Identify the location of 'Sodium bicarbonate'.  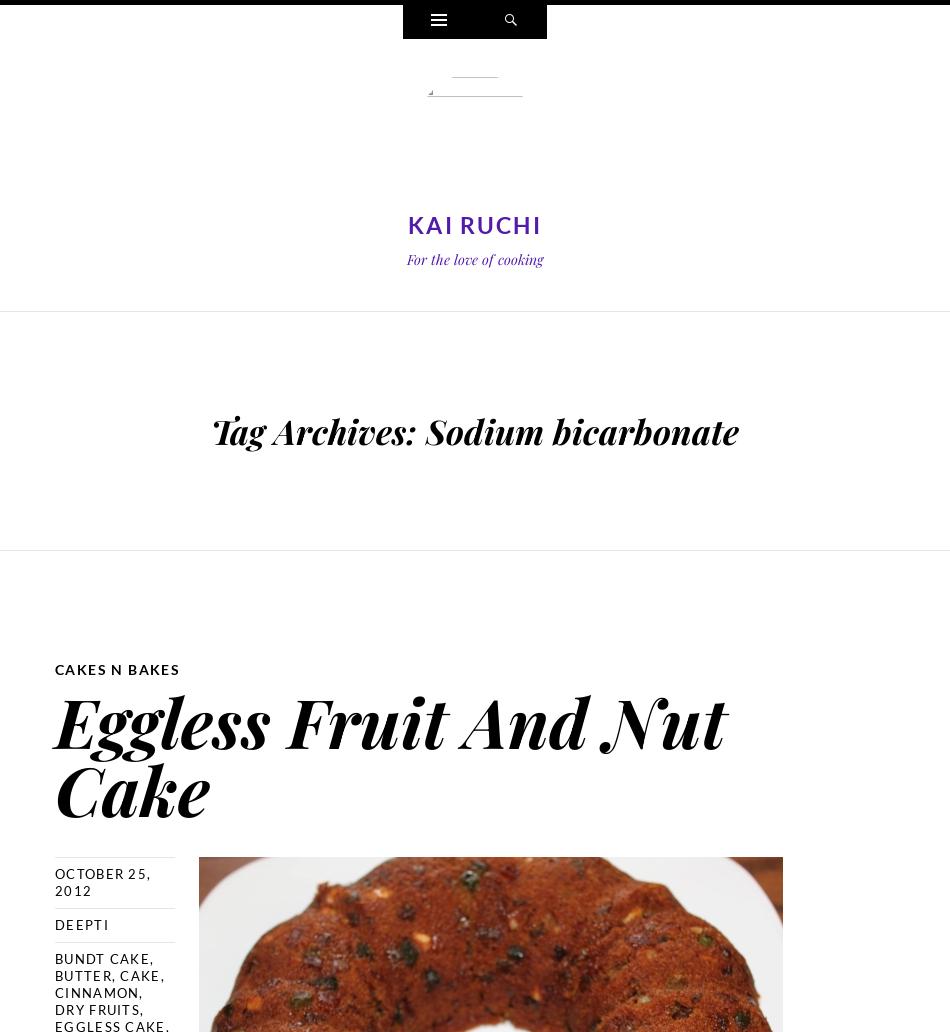
(424, 429).